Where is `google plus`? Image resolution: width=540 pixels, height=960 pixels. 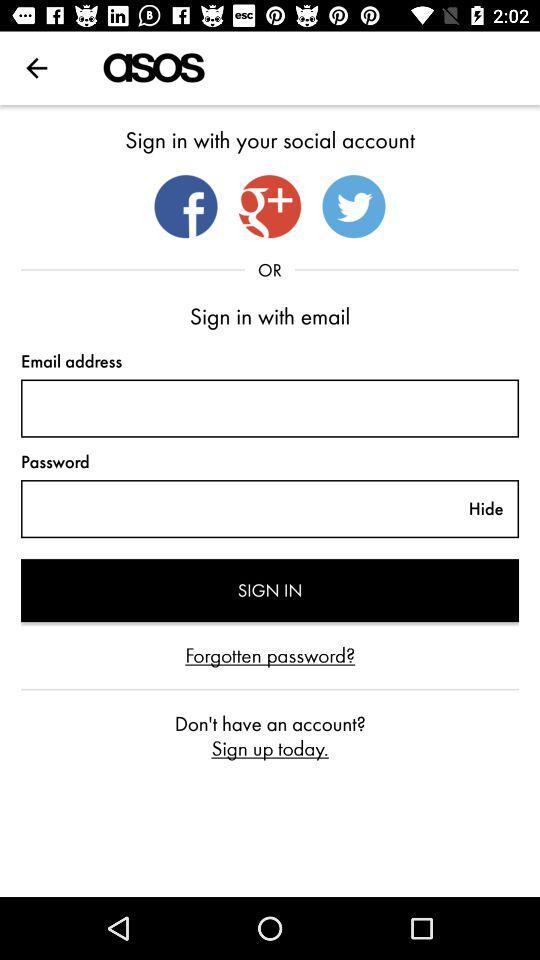
google plus is located at coordinates (270, 206).